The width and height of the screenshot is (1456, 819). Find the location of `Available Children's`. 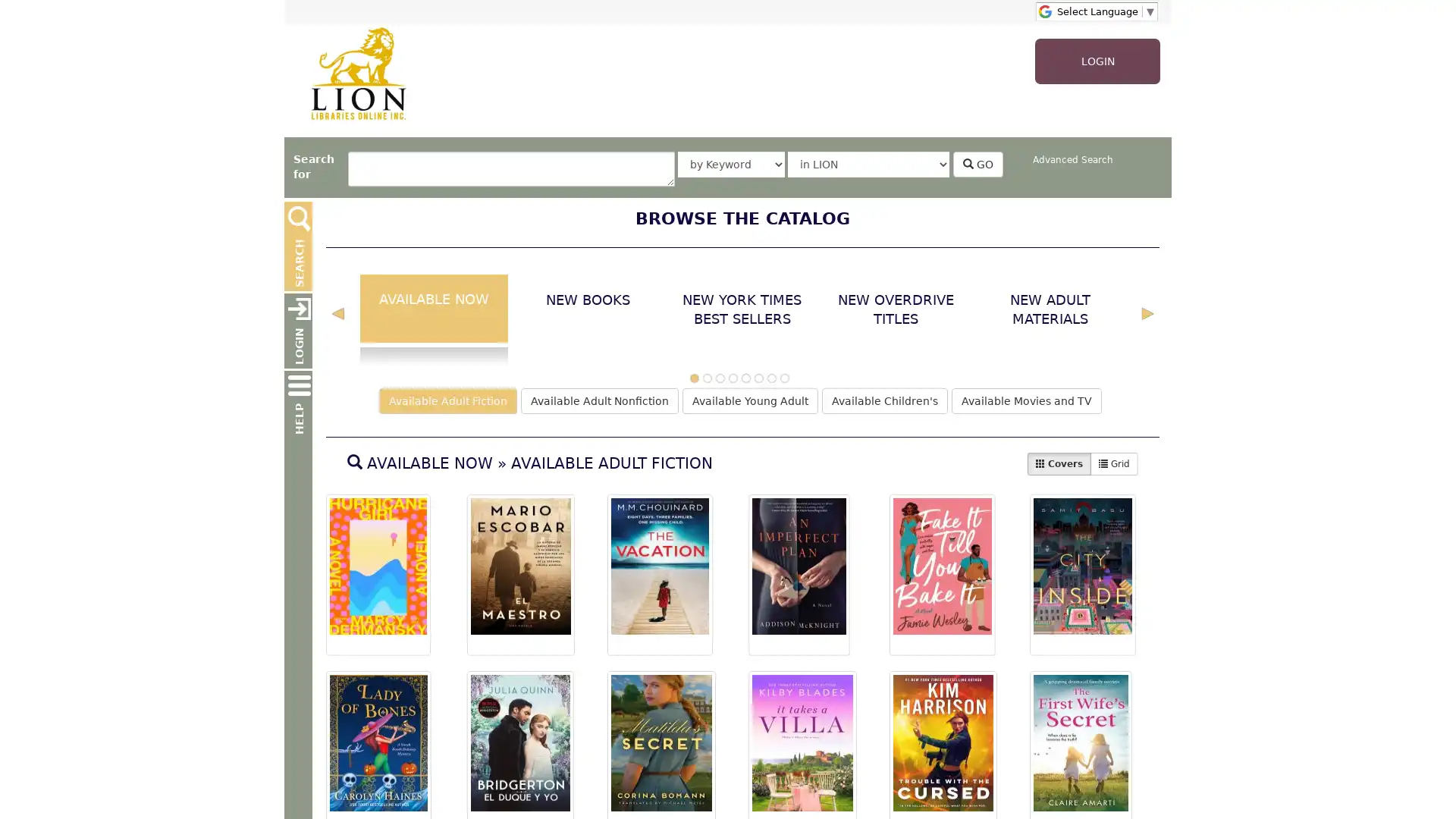

Available Children's is located at coordinates (884, 400).